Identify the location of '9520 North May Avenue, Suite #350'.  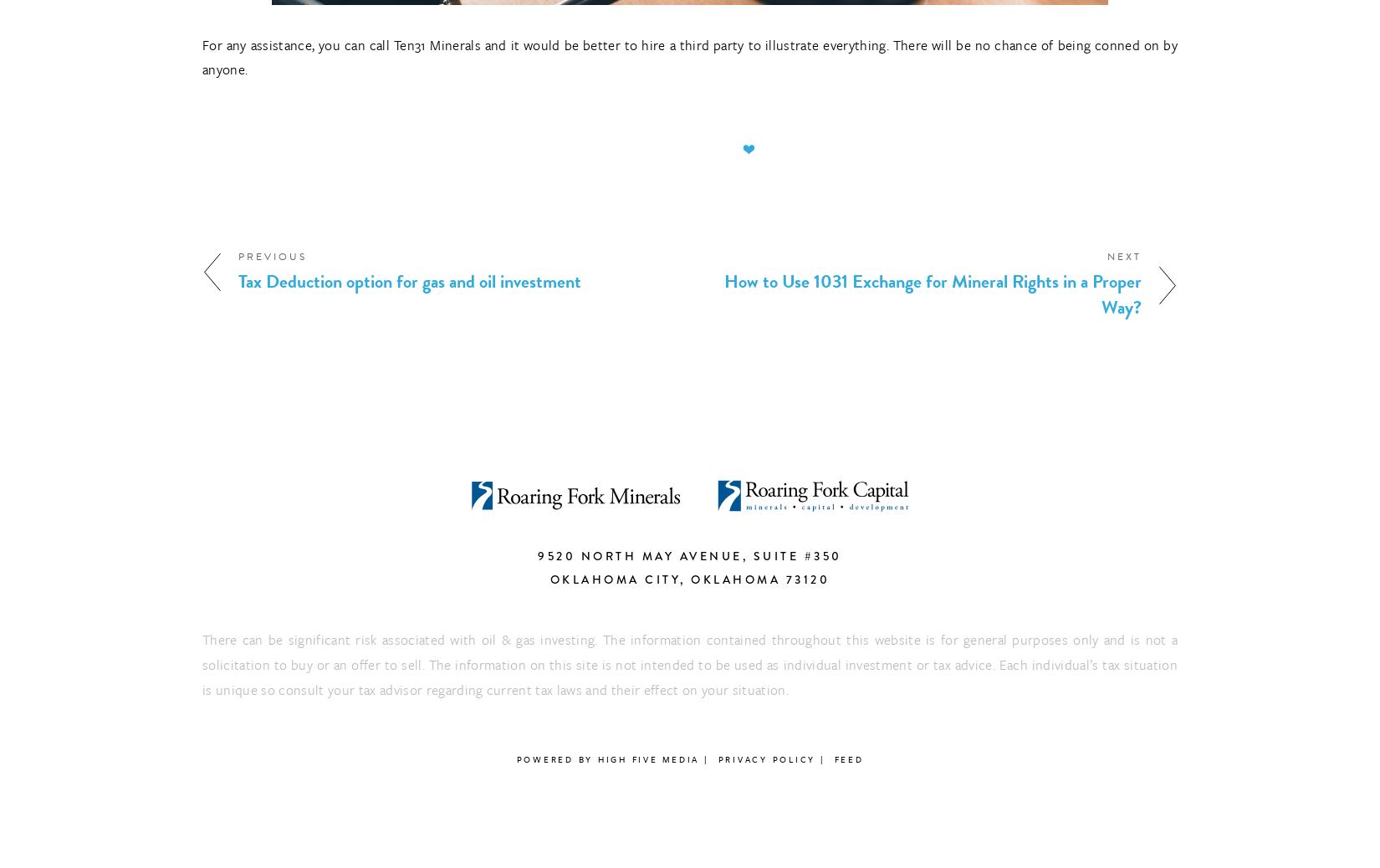
(688, 554).